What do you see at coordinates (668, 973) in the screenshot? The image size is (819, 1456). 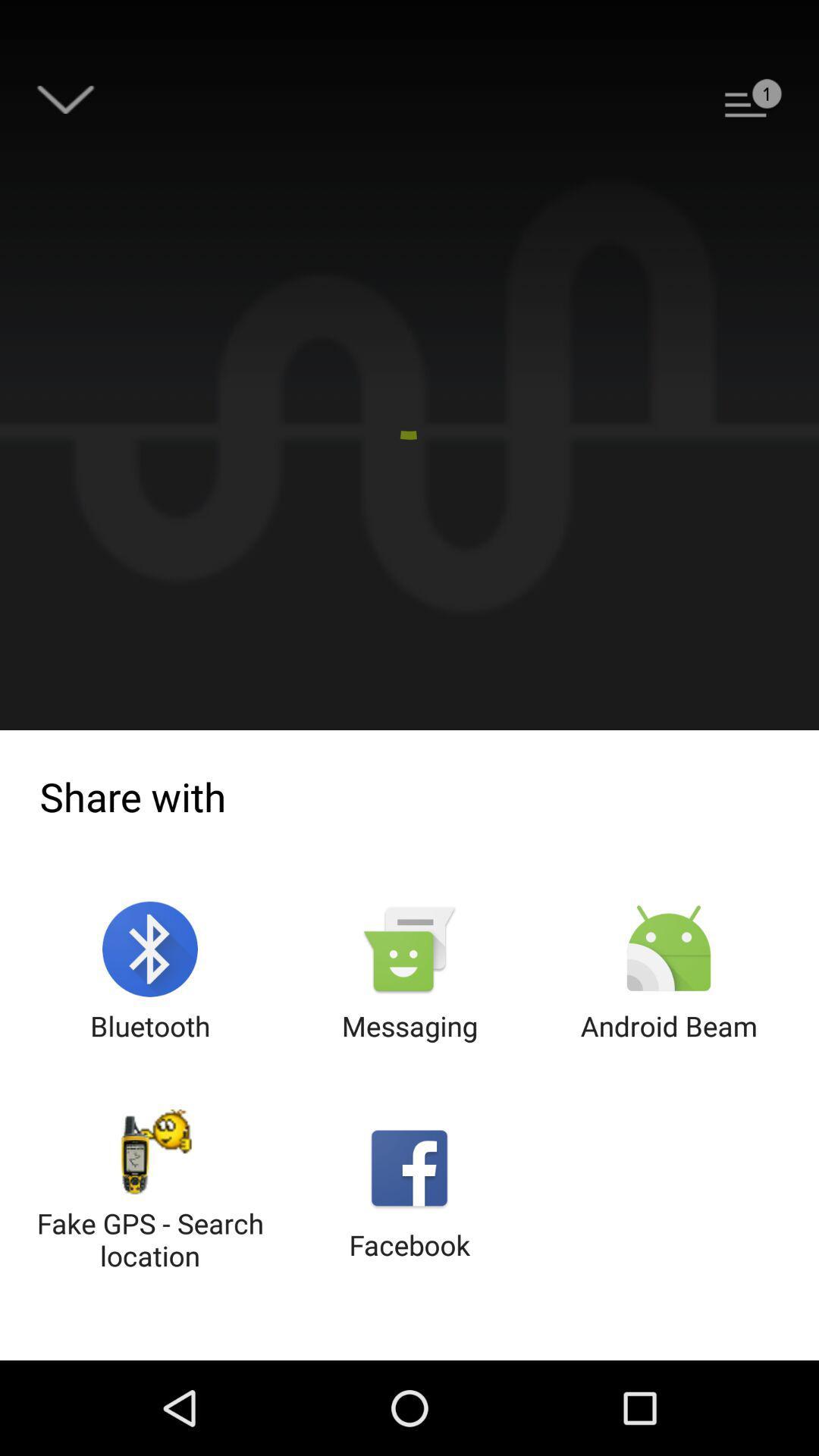 I see `android beam at the bottom right corner` at bounding box center [668, 973].